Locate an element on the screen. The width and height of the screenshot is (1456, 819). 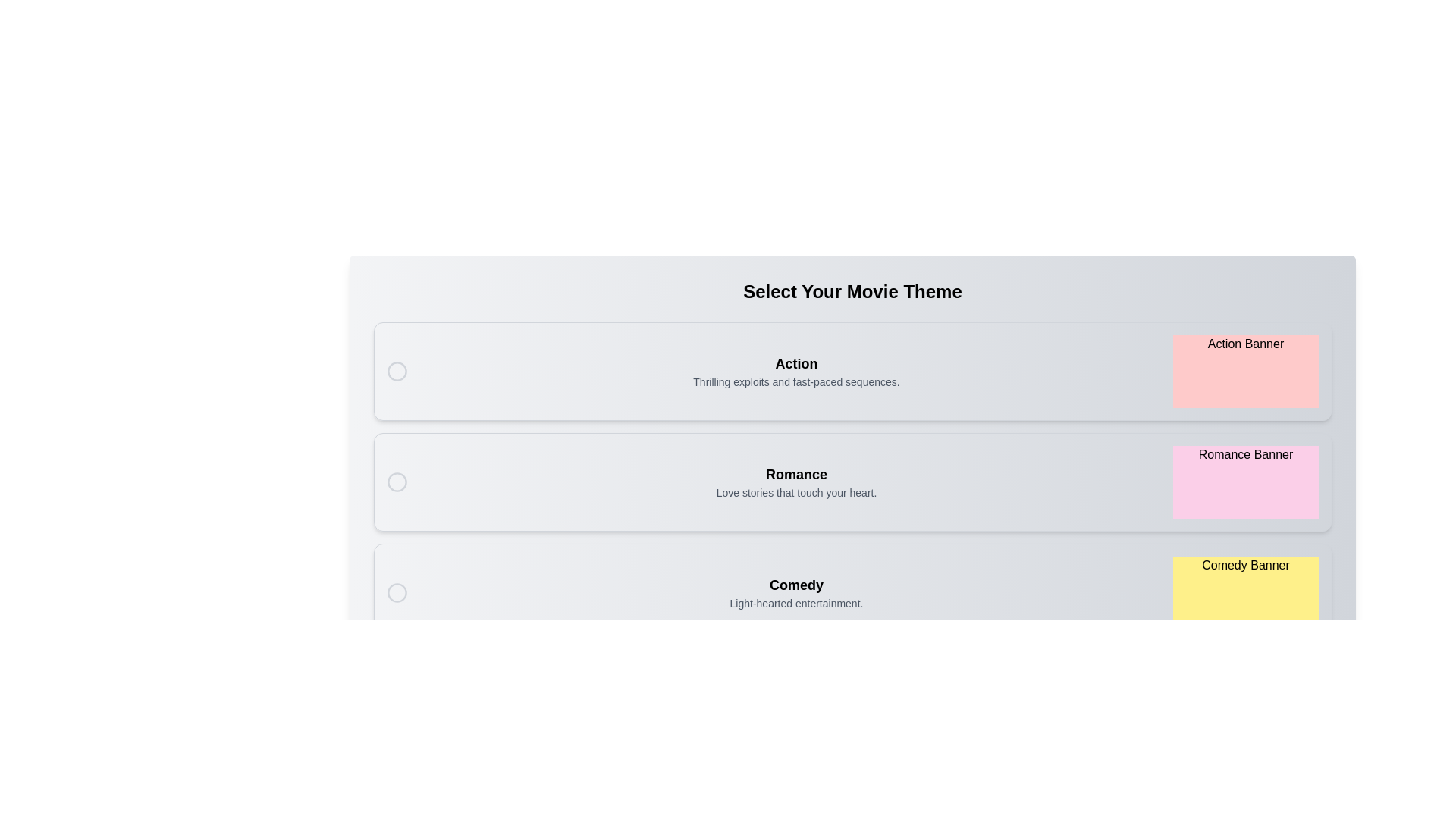
the radio button for the 'Comedy' movie theme located at the bottom-most section labeled 'Comedy', adjacent to the text 'Comedy Light-hearted entertainment' is located at coordinates (397, 592).